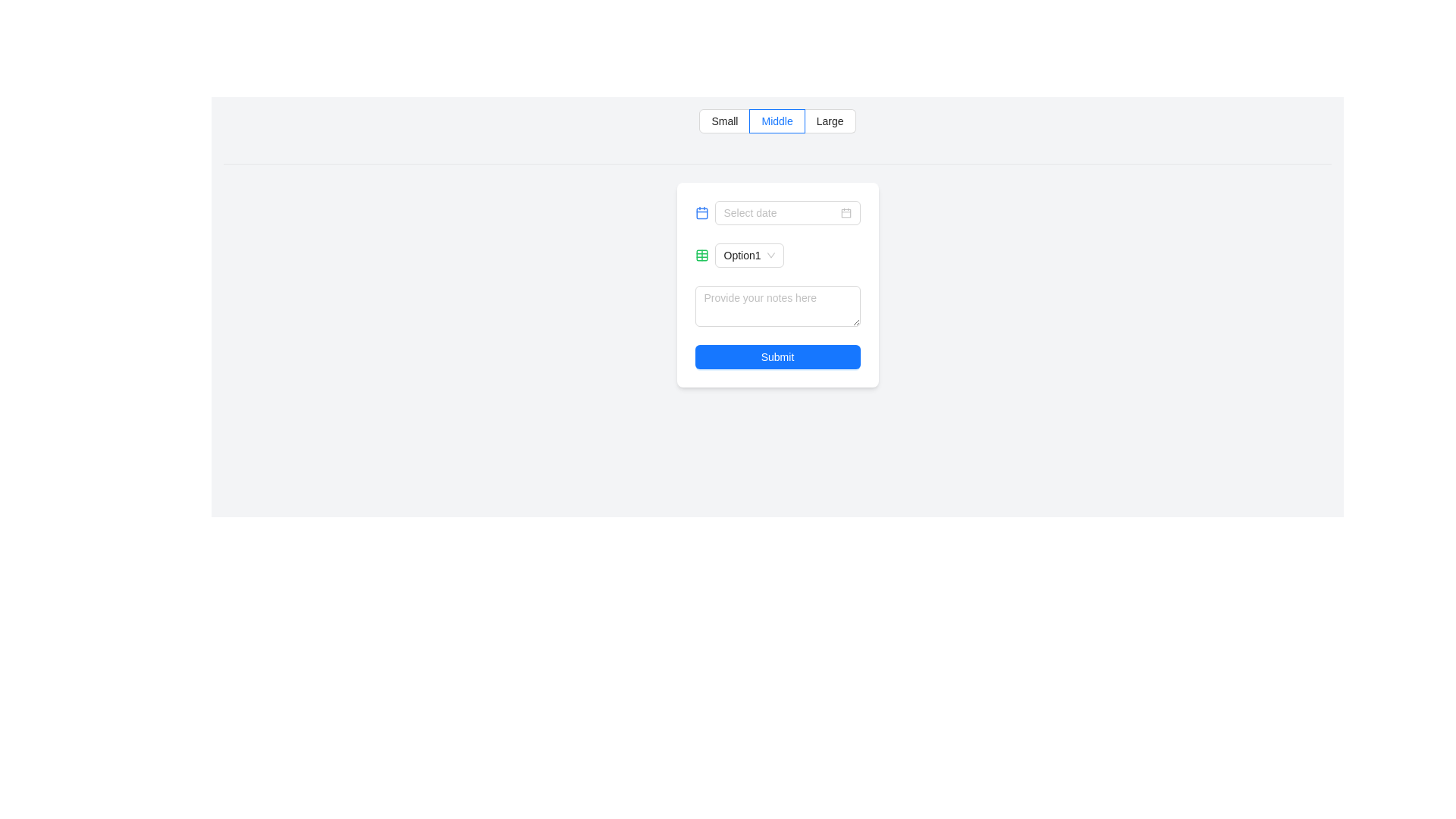  Describe the element at coordinates (777, 120) in the screenshot. I see `the 'Middle' radio button label` at that location.